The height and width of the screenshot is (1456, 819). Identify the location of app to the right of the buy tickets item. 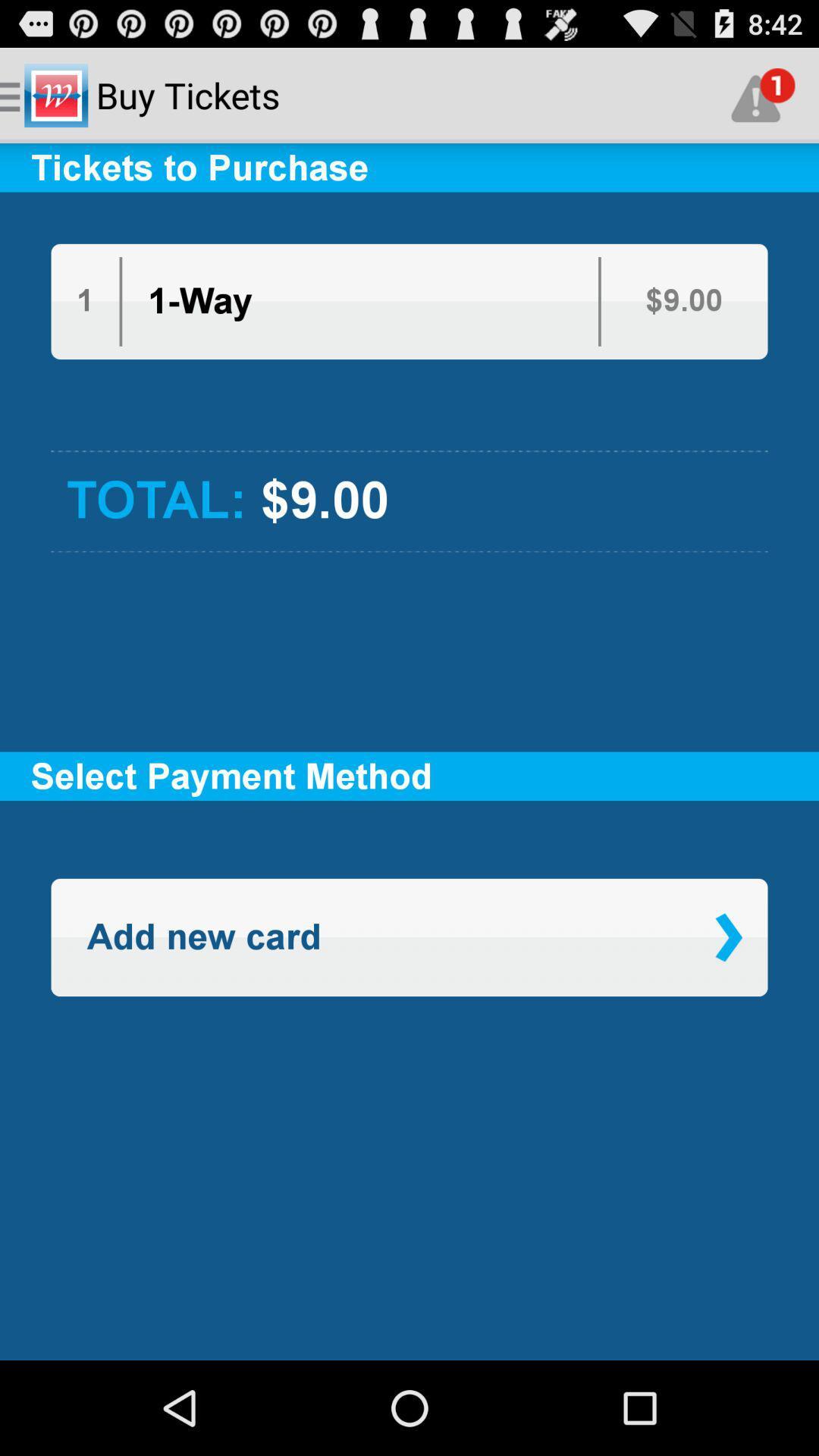
(763, 94).